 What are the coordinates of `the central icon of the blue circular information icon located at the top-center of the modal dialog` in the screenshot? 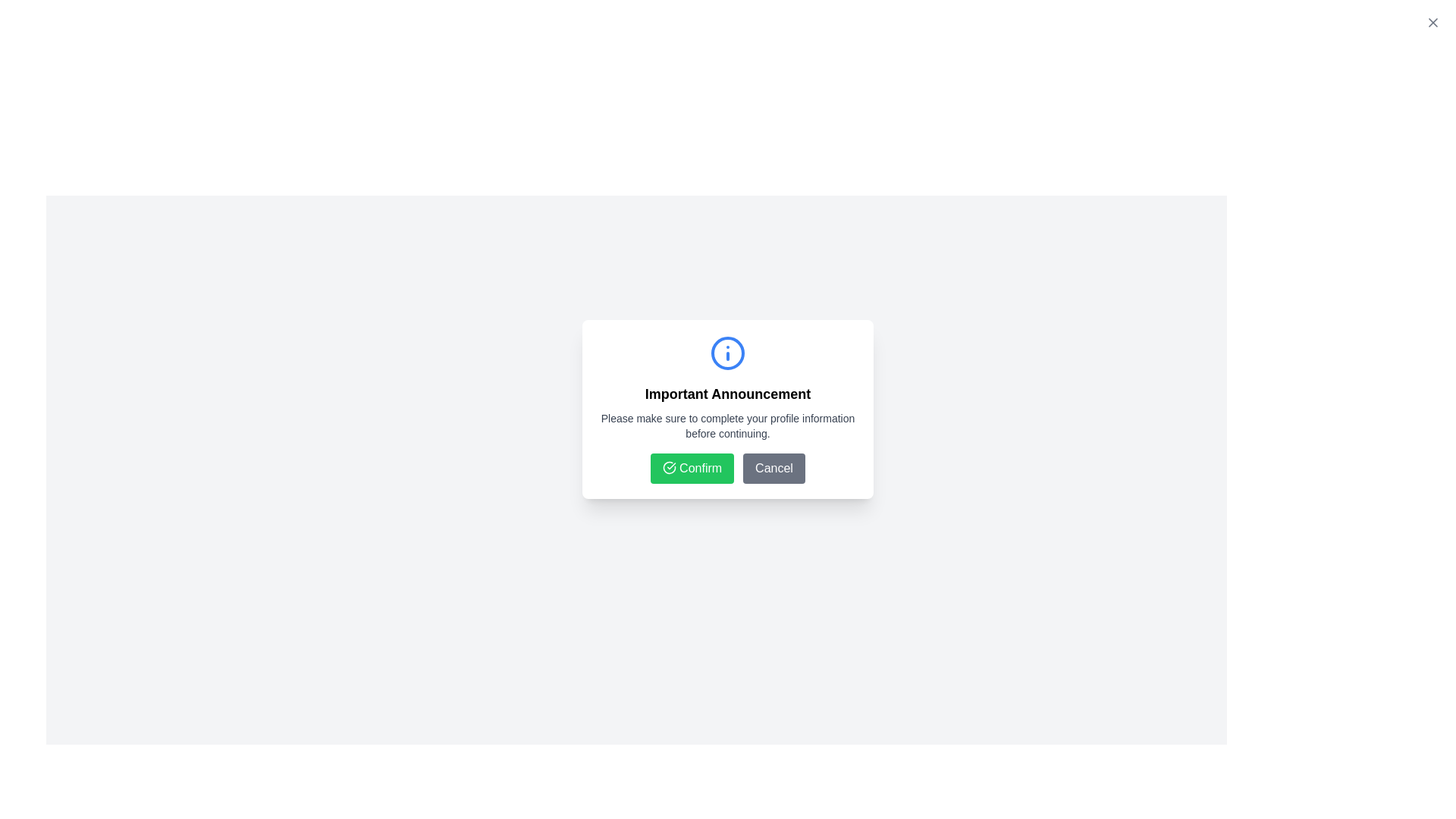 It's located at (728, 353).